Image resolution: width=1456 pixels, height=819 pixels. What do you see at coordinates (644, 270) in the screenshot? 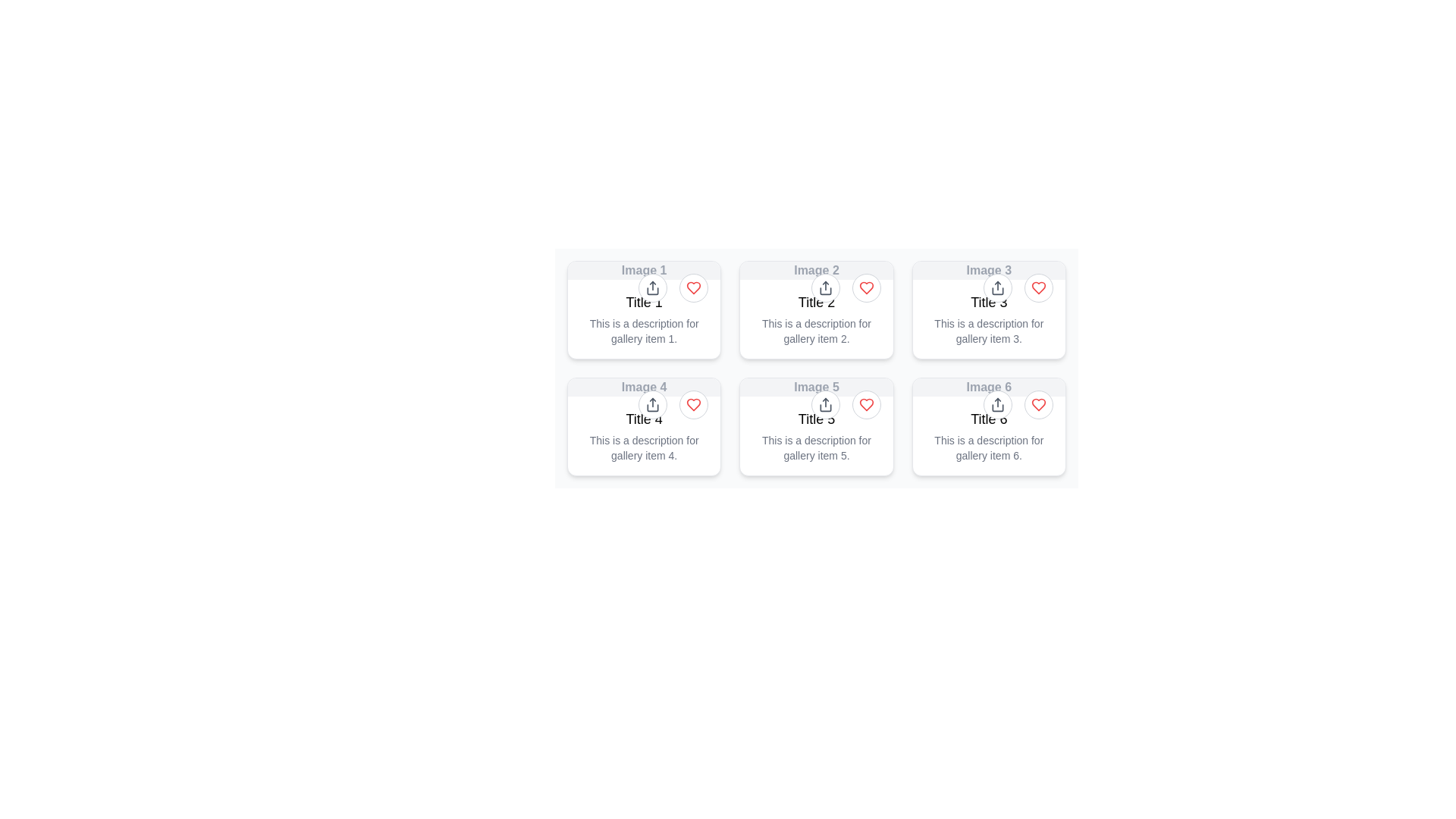
I see `the text label that identifies the image within the first card of the gallery, located centrally at the top of the card` at bounding box center [644, 270].